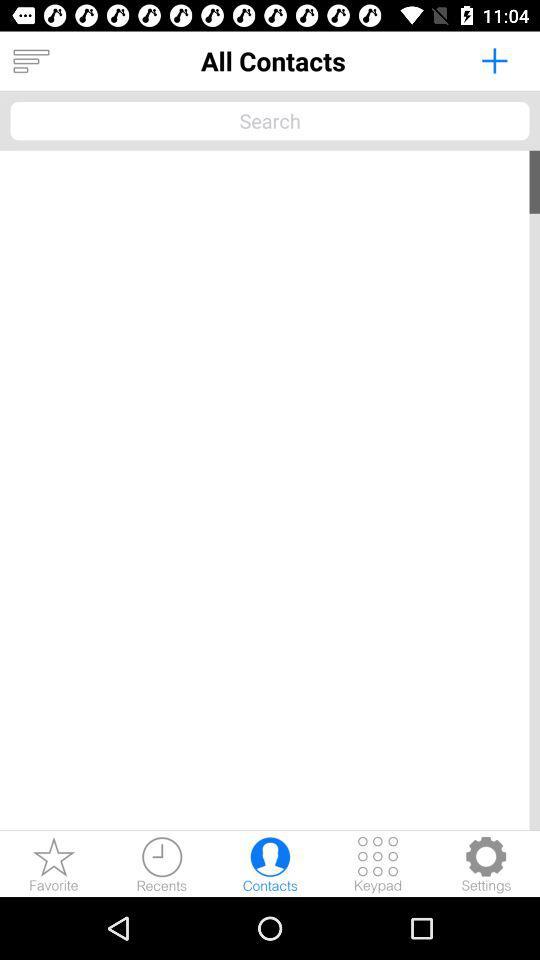  Describe the element at coordinates (270, 863) in the screenshot. I see `the avatar icon` at that location.